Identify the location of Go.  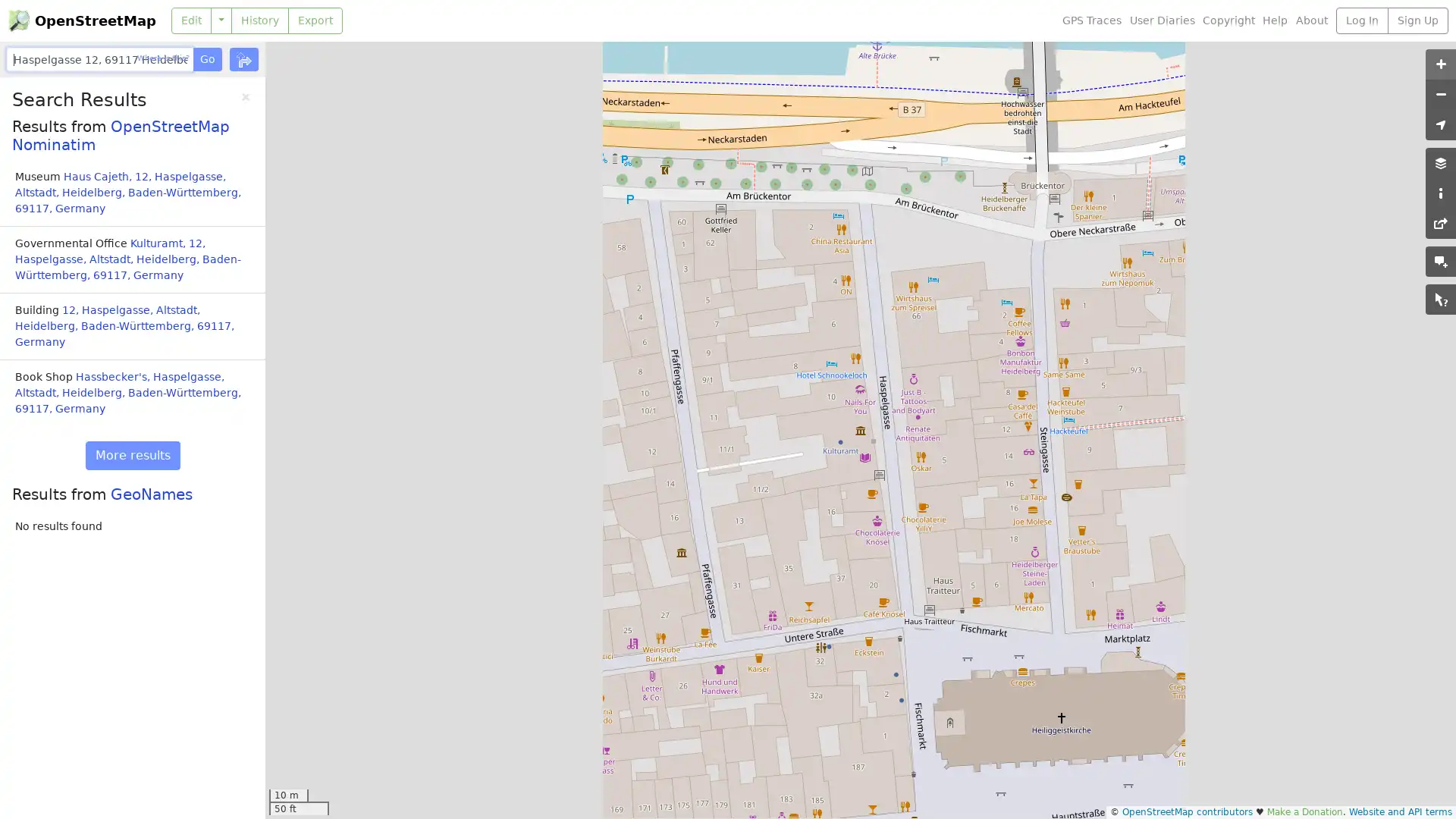
(206, 58).